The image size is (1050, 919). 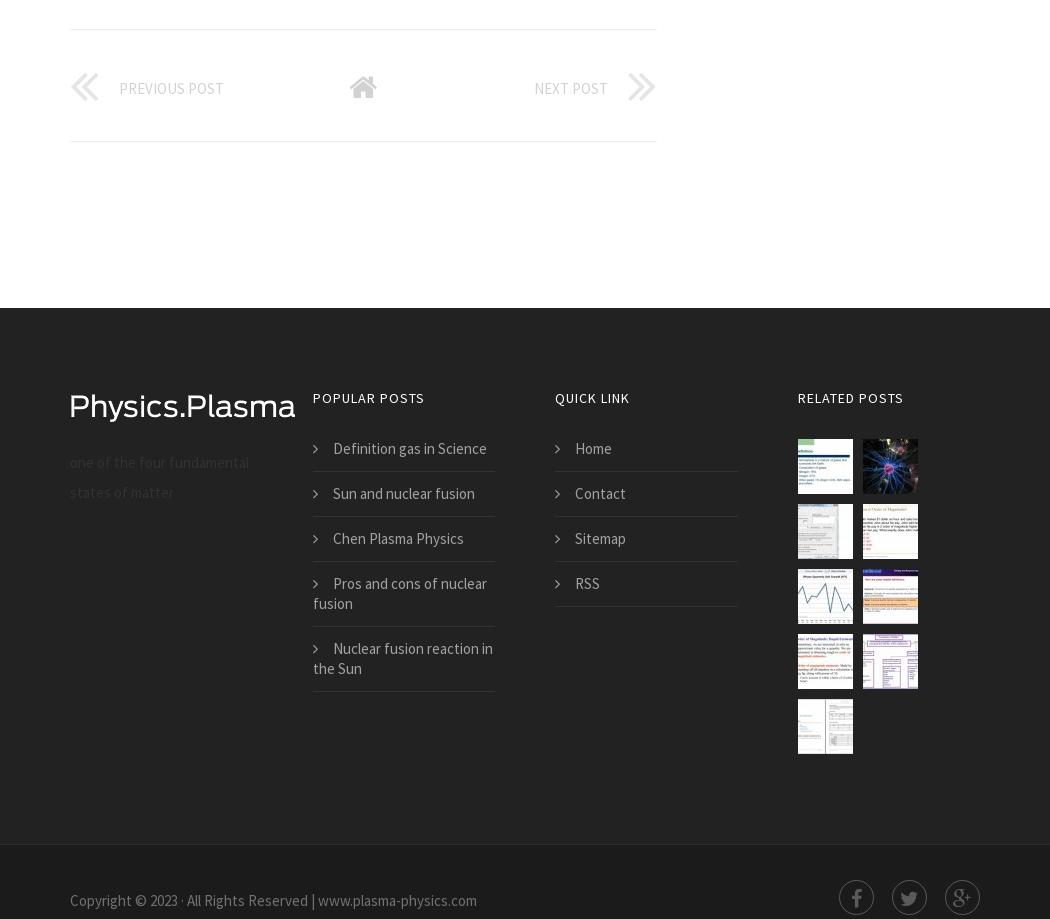 I want to click on 'Copyright © 2023 · All Rights Reserved | www.plasma-physics.com', so click(x=272, y=899).